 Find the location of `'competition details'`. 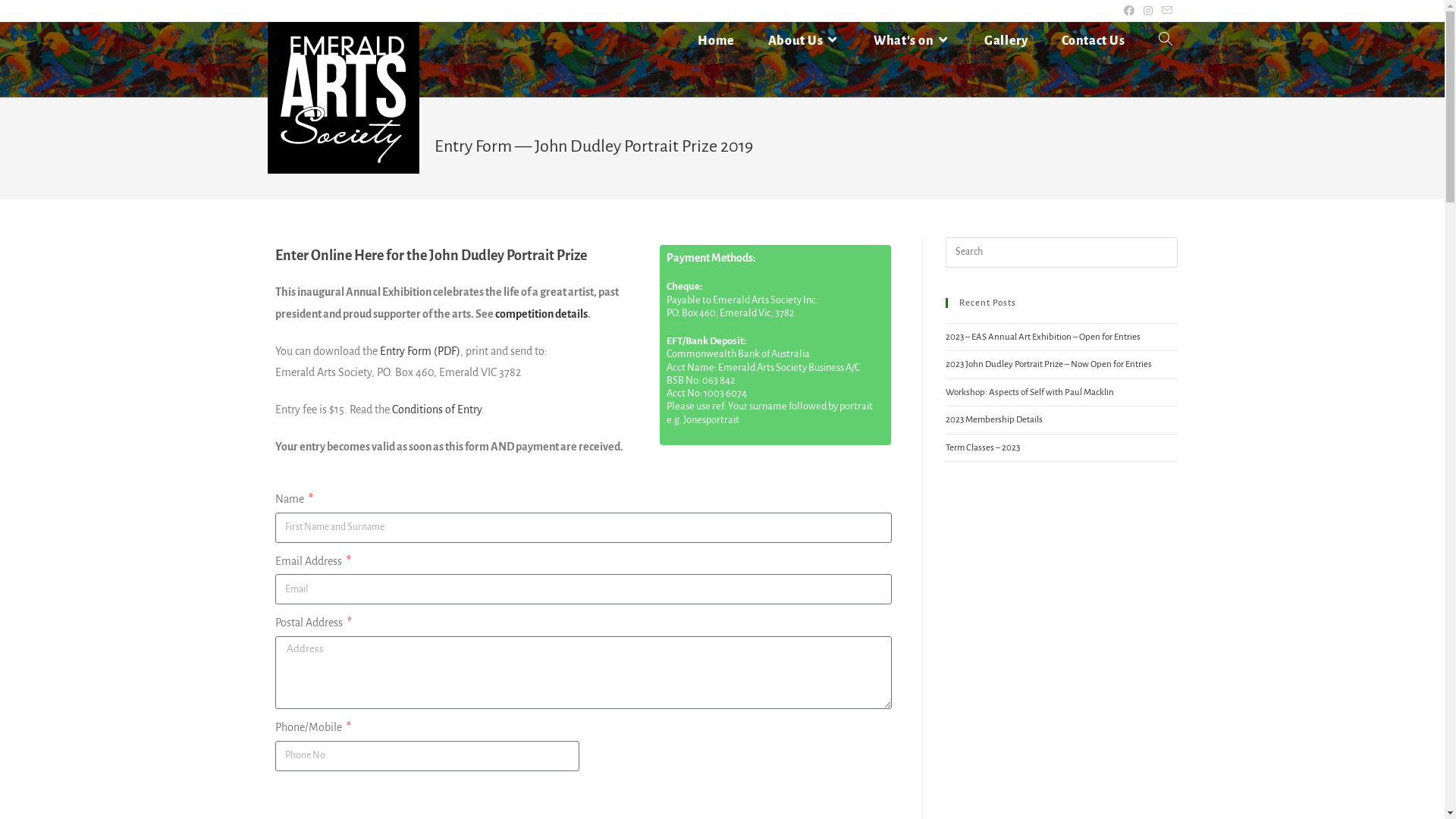

'competition details' is located at coordinates (494, 312).